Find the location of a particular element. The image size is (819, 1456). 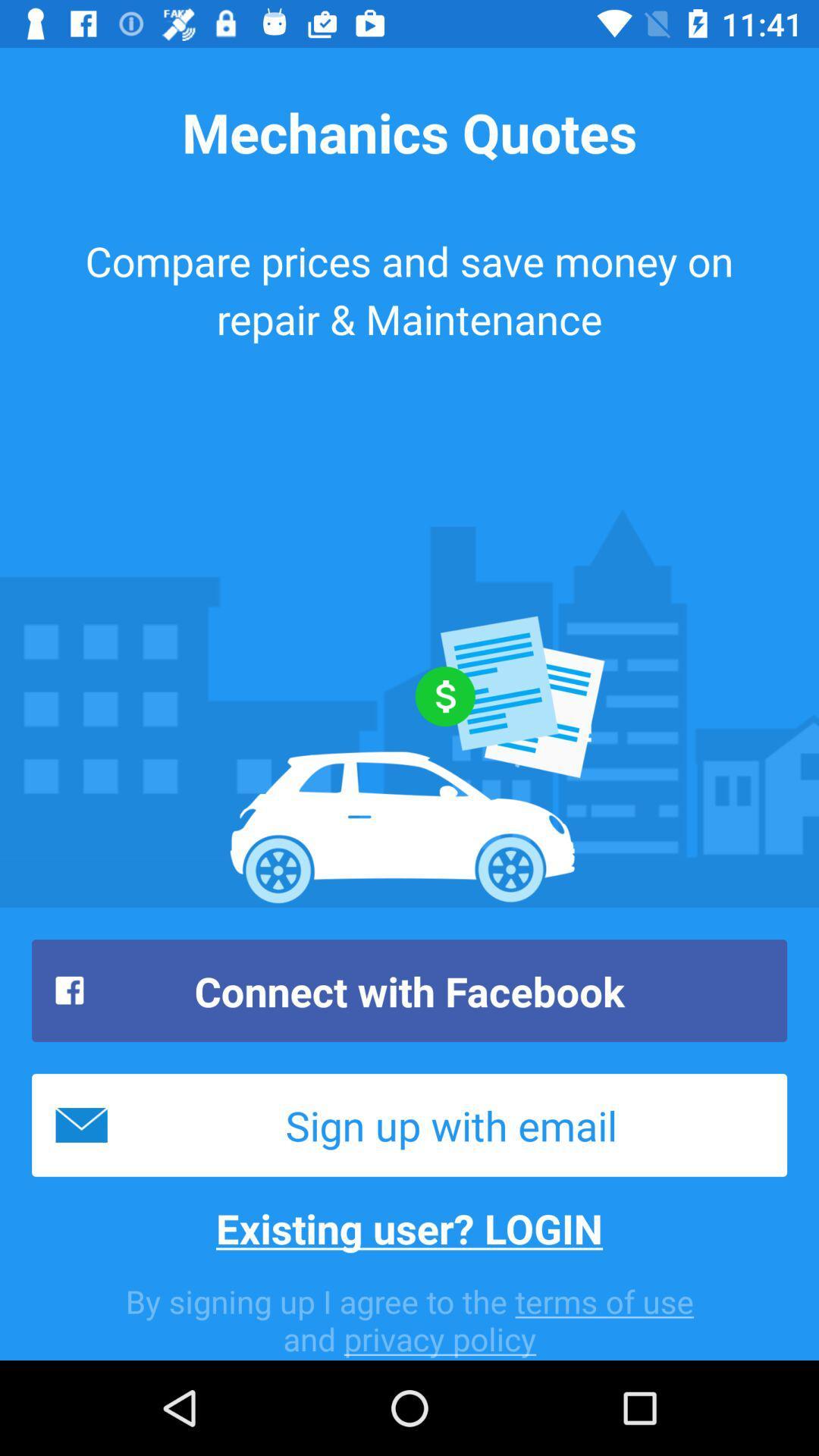

the icon below existing user? login is located at coordinates (409, 1319).